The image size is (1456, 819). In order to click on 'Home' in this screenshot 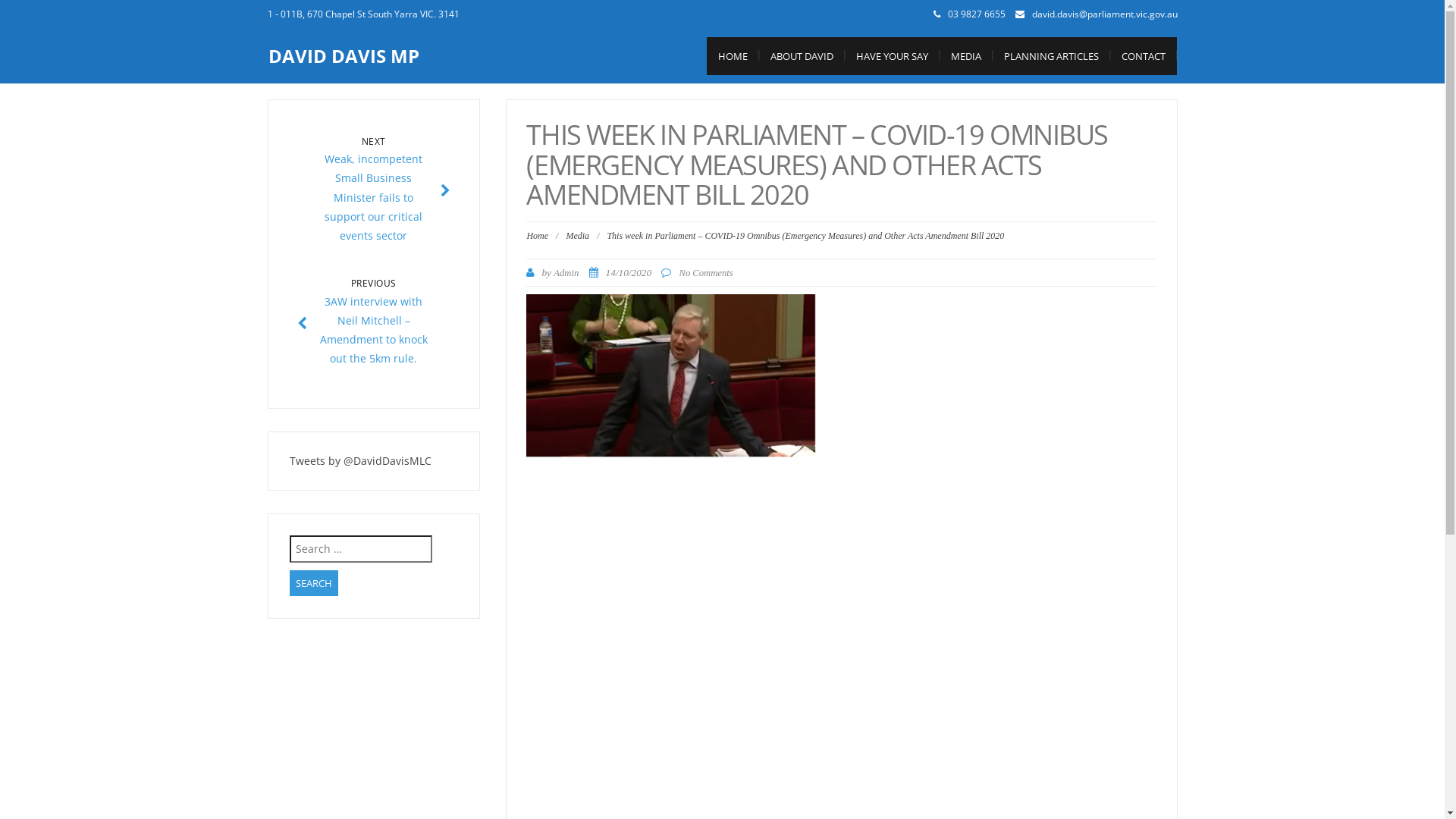, I will do `click(526, 236)`.